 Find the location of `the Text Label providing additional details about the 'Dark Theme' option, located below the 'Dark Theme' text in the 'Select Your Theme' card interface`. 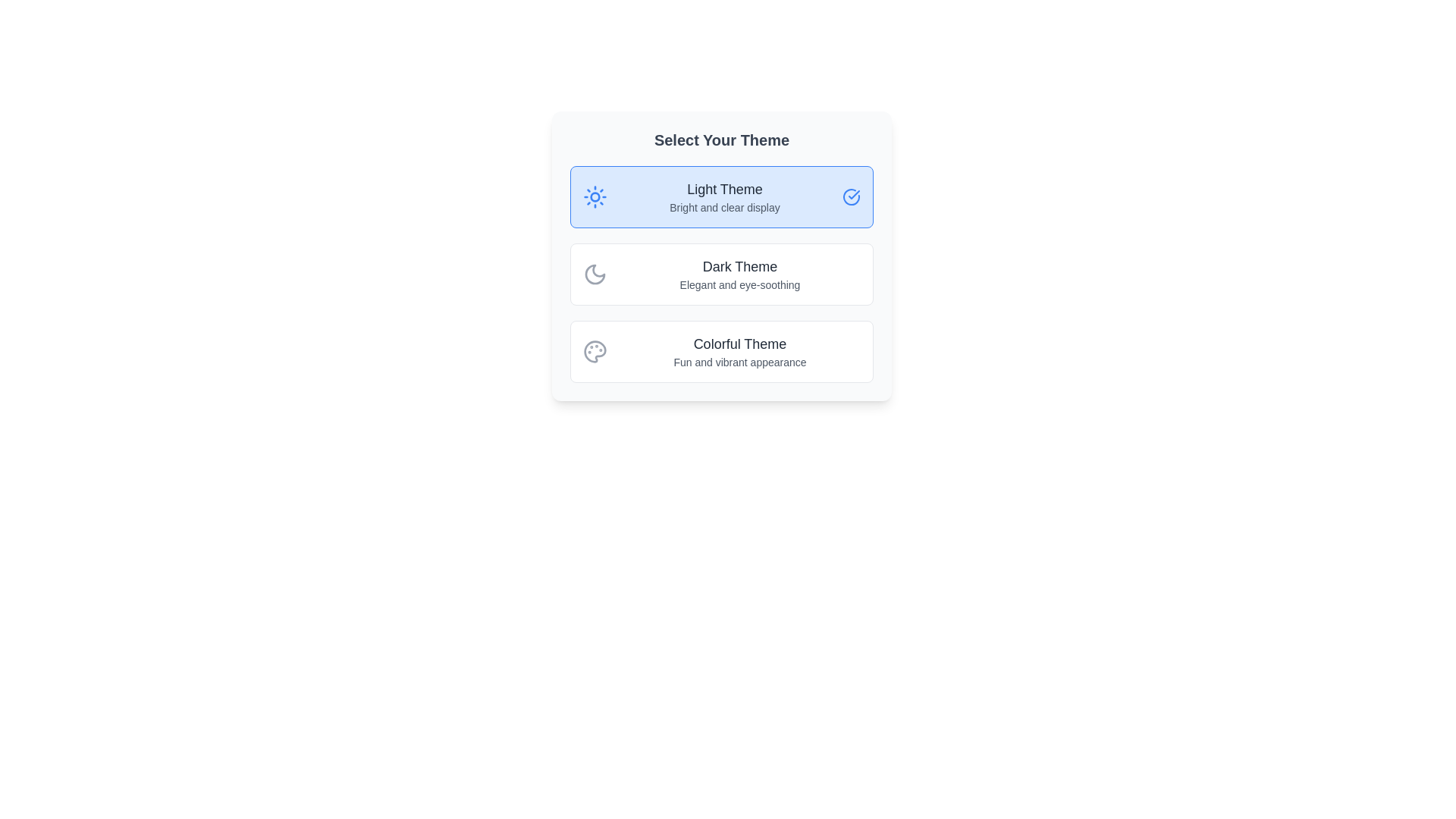

the Text Label providing additional details about the 'Dark Theme' option, located below the 'Dark Theme' text in the 'Select Your Theme' card interface is located at coordinates (739, 284).